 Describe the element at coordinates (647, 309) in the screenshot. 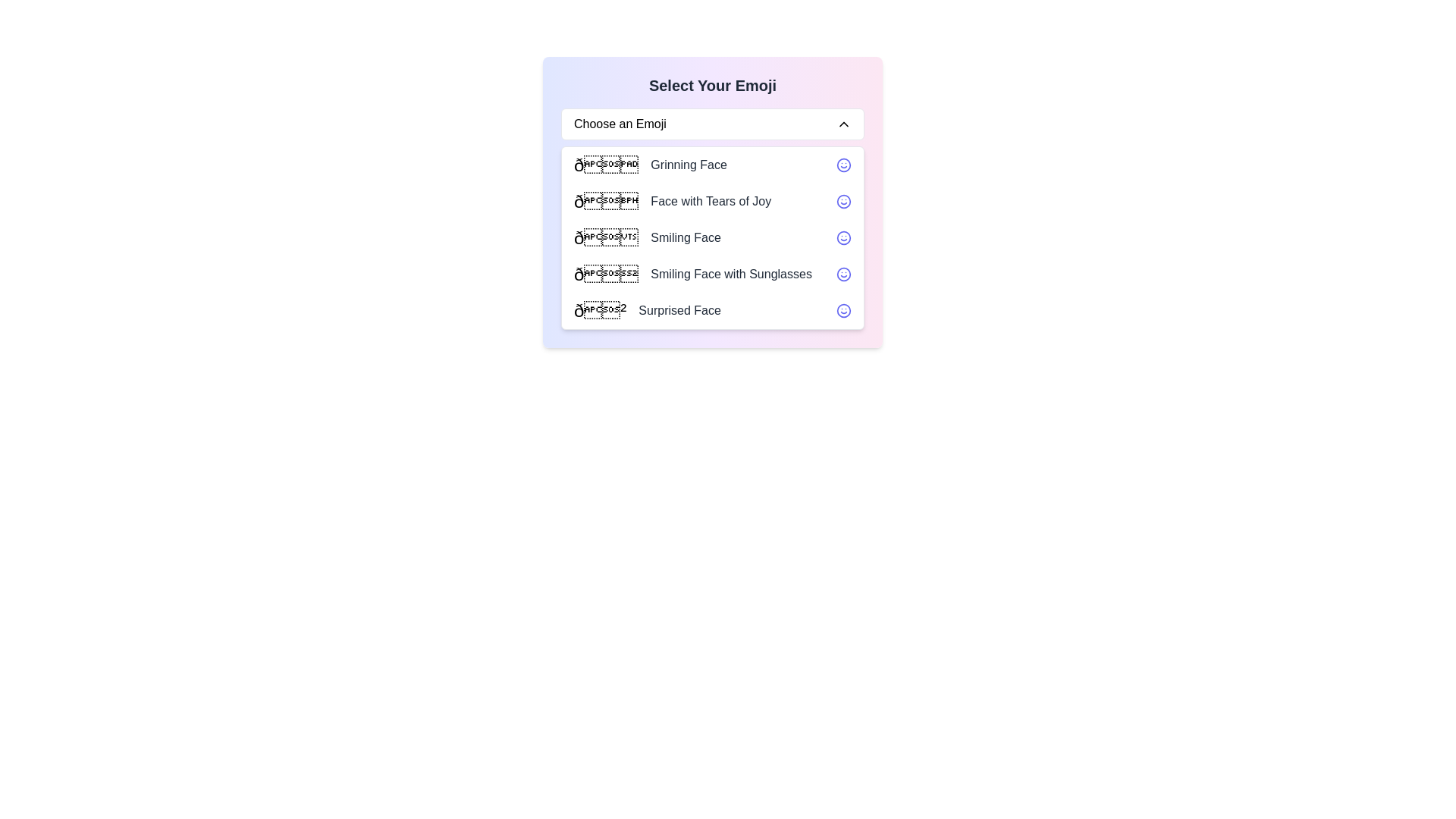

I see `to select the 'Surprised Face' emoji from the fifth item in the vertical list beneath the 'Smiling Face with Sunglasses'` at that location.